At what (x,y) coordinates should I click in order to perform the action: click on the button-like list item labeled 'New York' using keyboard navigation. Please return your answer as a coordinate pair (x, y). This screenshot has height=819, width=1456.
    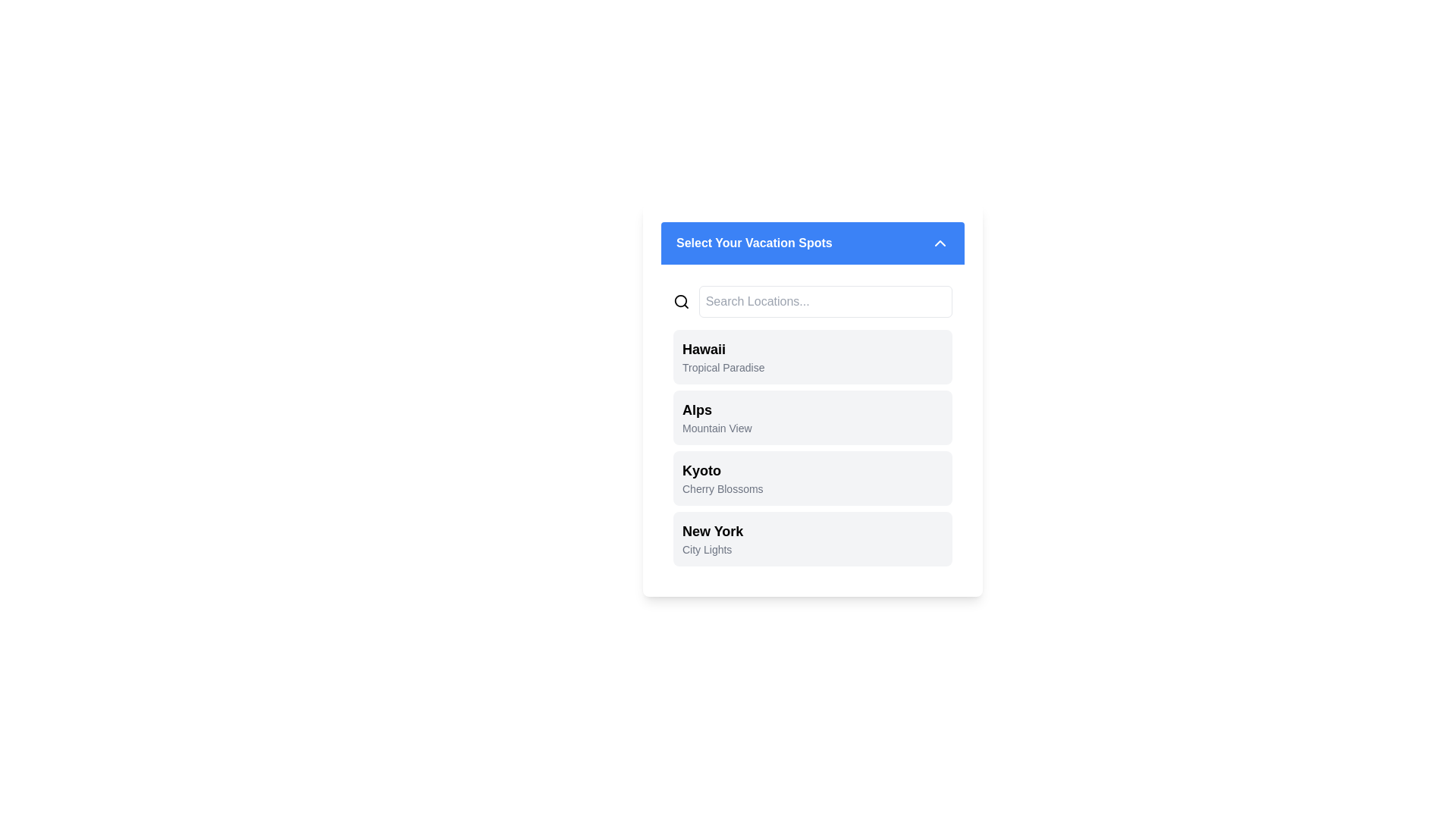
    Looking at the image, I should click on (811, 538).